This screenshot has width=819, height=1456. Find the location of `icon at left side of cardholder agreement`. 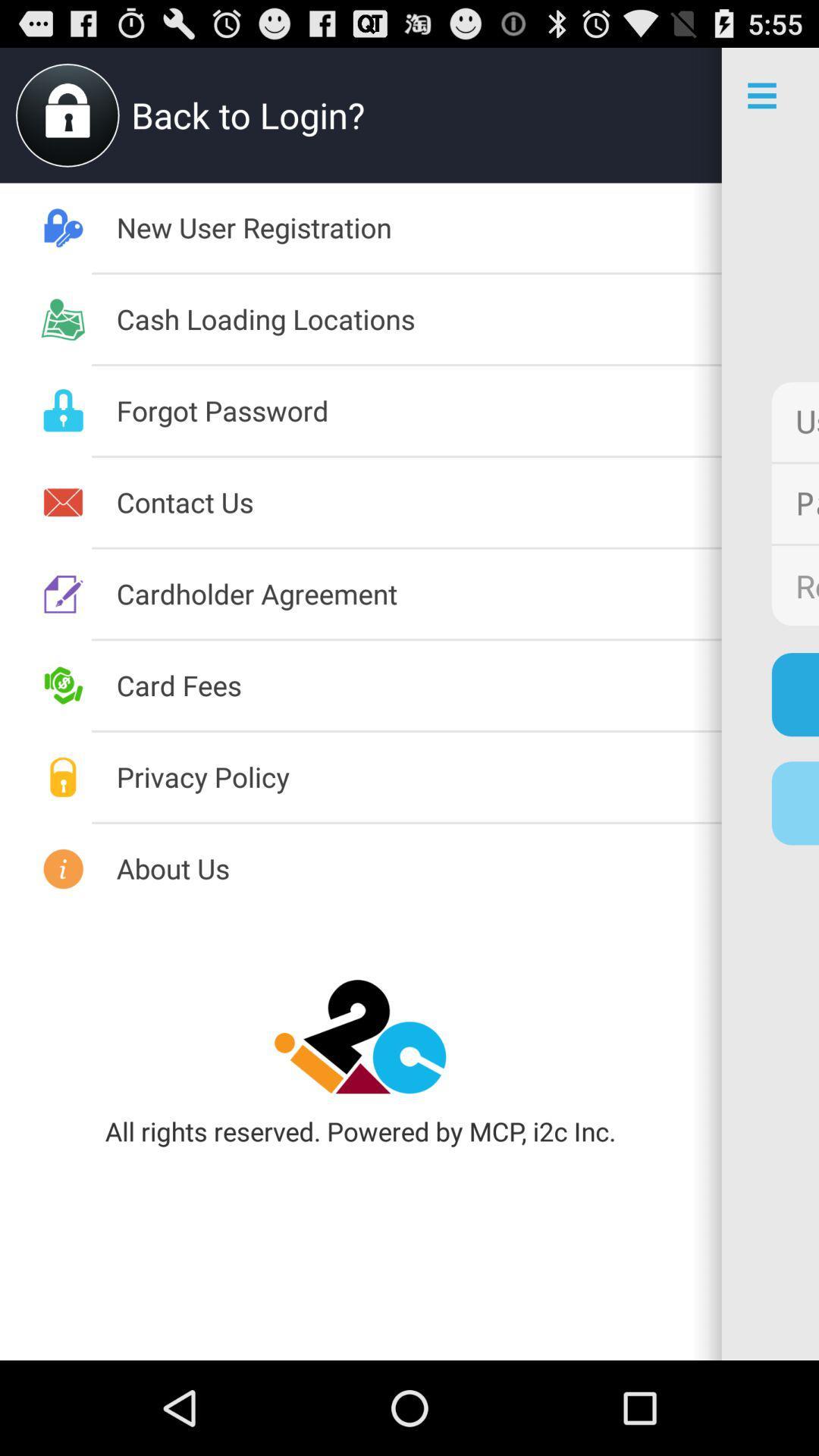

icon at left side of cardholder agreement is located at coordinates (63, 593).